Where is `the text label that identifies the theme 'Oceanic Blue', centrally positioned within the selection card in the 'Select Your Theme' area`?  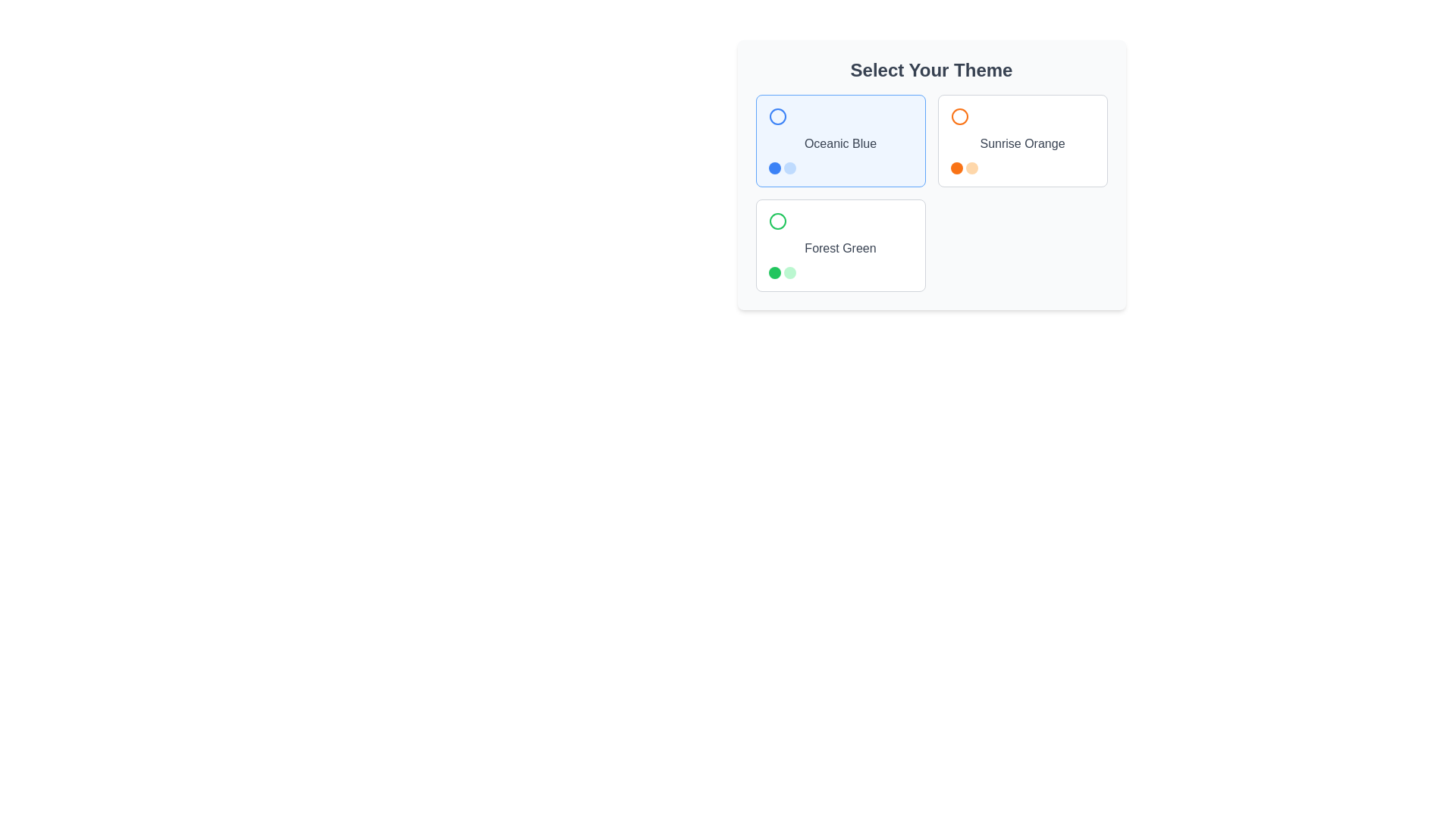 the text label that identifies the theme 'Oceanic Blue', centrally positioned within the selection card in the 'Select Your Theme' area is located at coordinates (839, 143).